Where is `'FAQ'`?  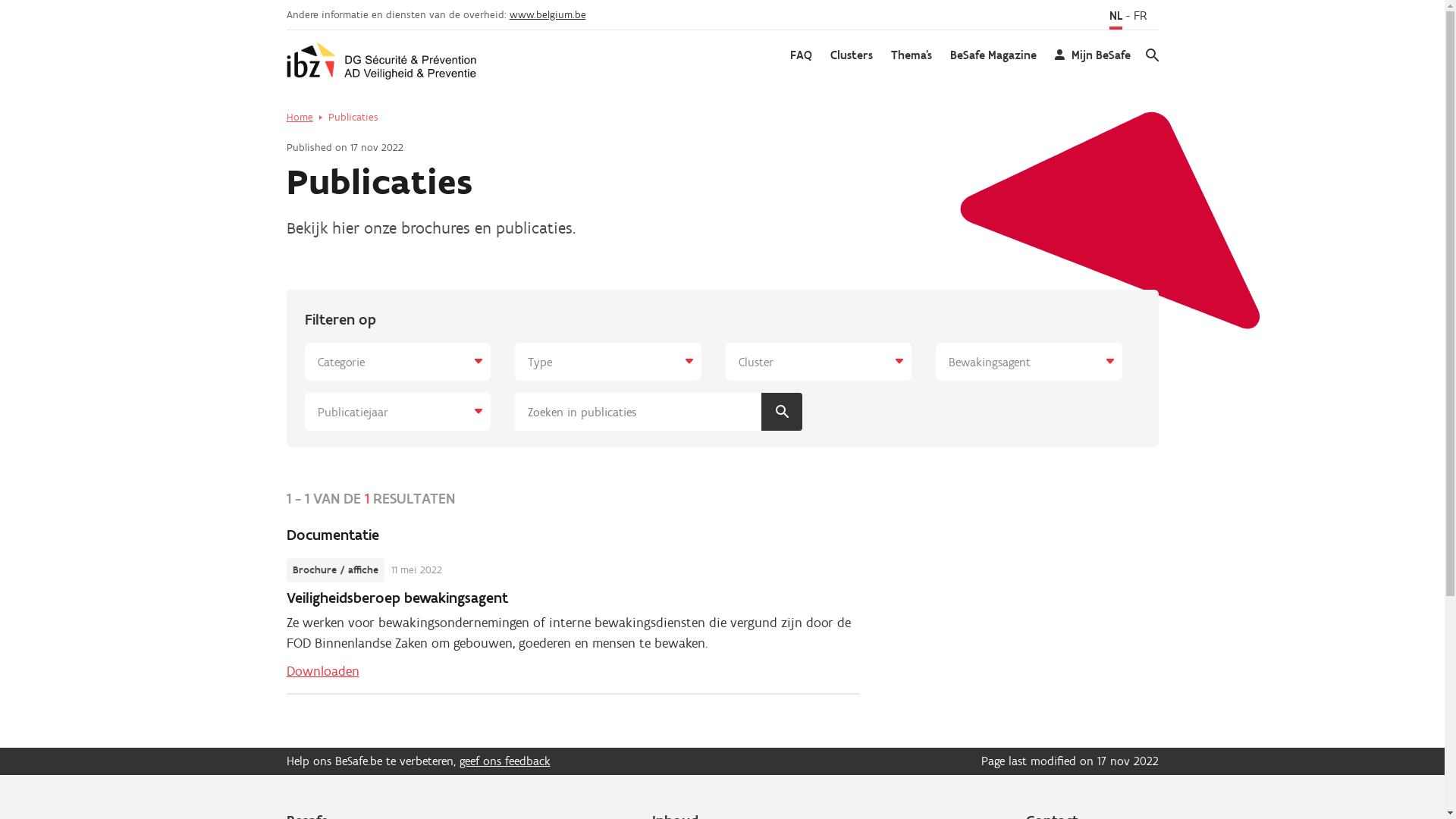
'FAQ' is located at coordinates (789, 55).